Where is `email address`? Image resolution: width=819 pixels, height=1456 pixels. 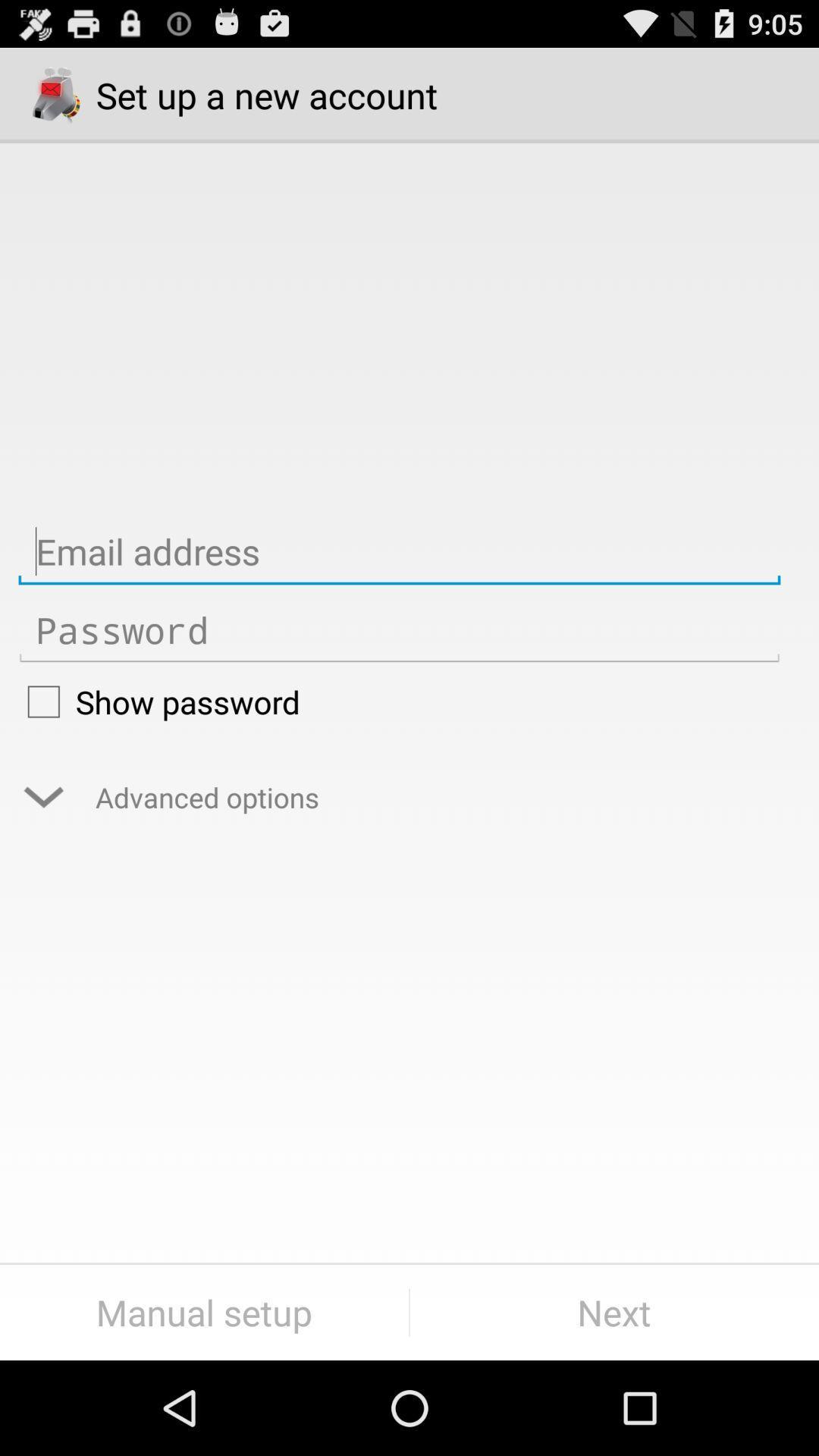
email address is located at coordinates (398, 551).